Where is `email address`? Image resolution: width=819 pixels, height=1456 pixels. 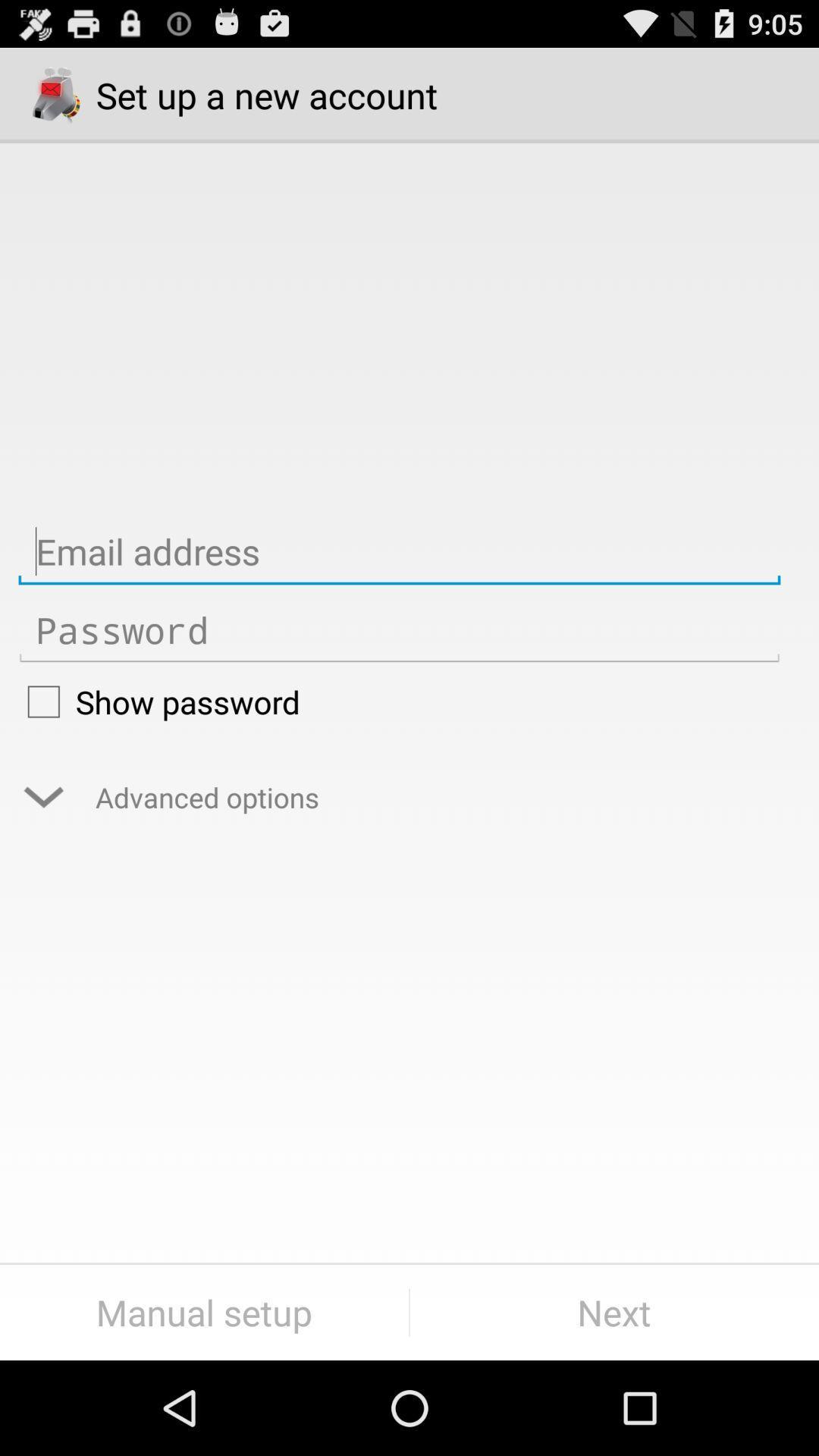
email address is located at coordinates (398, 551).